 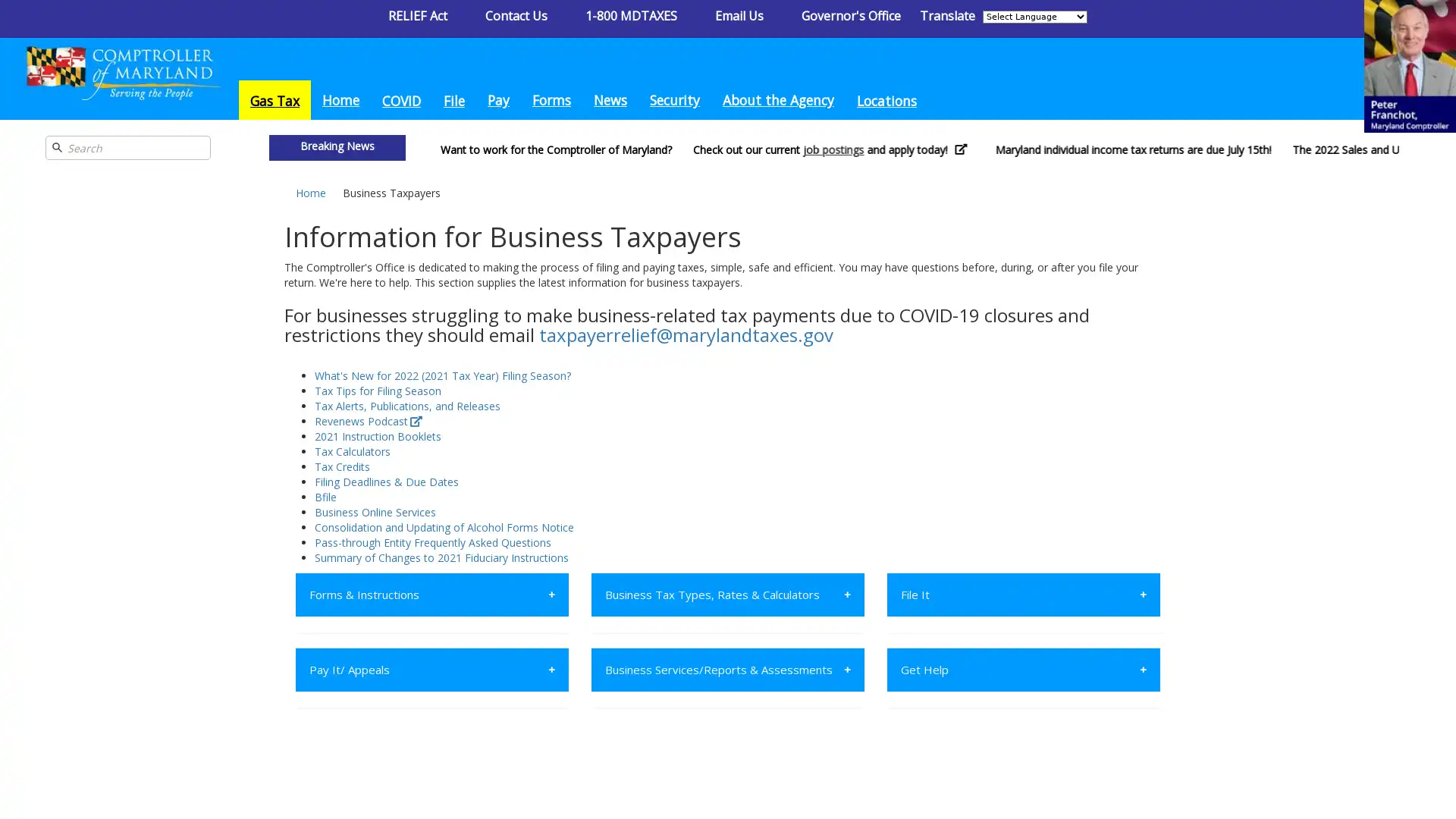 What do you see at coordinates (431, 669) in the screenshot?
I see `Pay It/ Appeals +` at bounding box center [431, 669].